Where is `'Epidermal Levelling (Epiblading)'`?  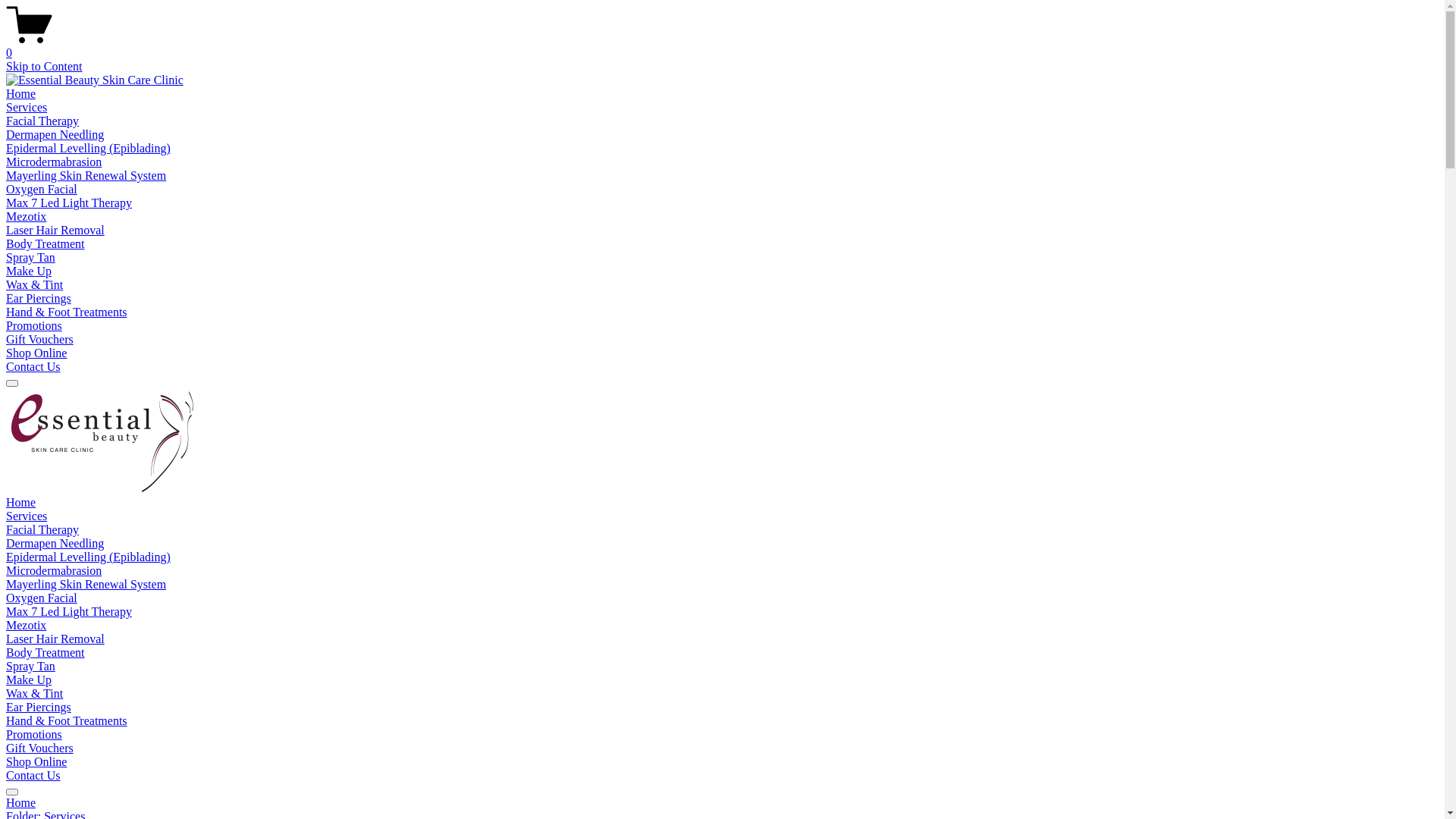
'Epidermal Levelling (Epiblading)' is located at coordinates (87, 148).